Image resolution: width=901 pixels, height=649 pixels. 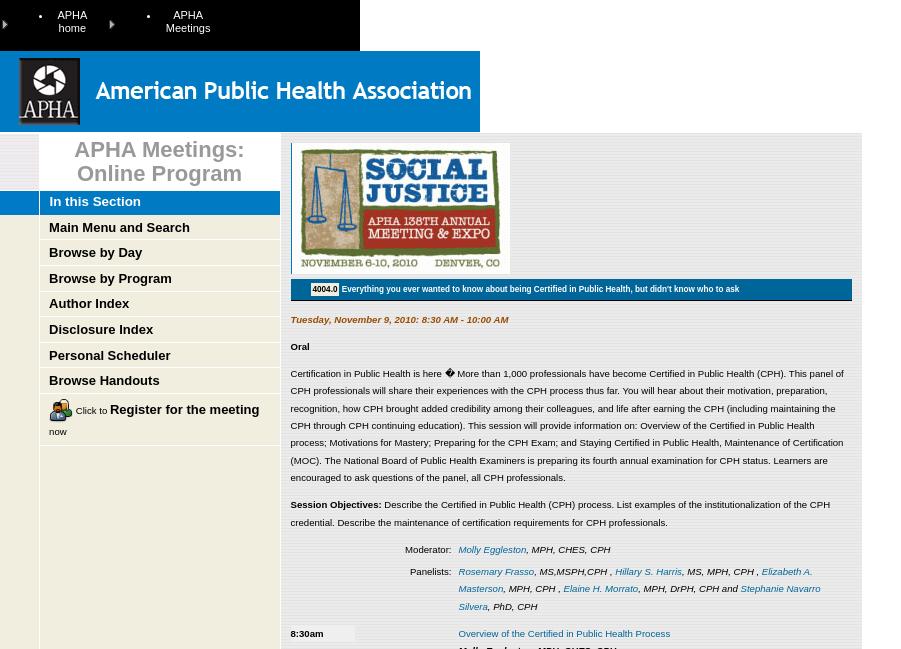 I want to click on '8:30am', so click(x=306, y=632).